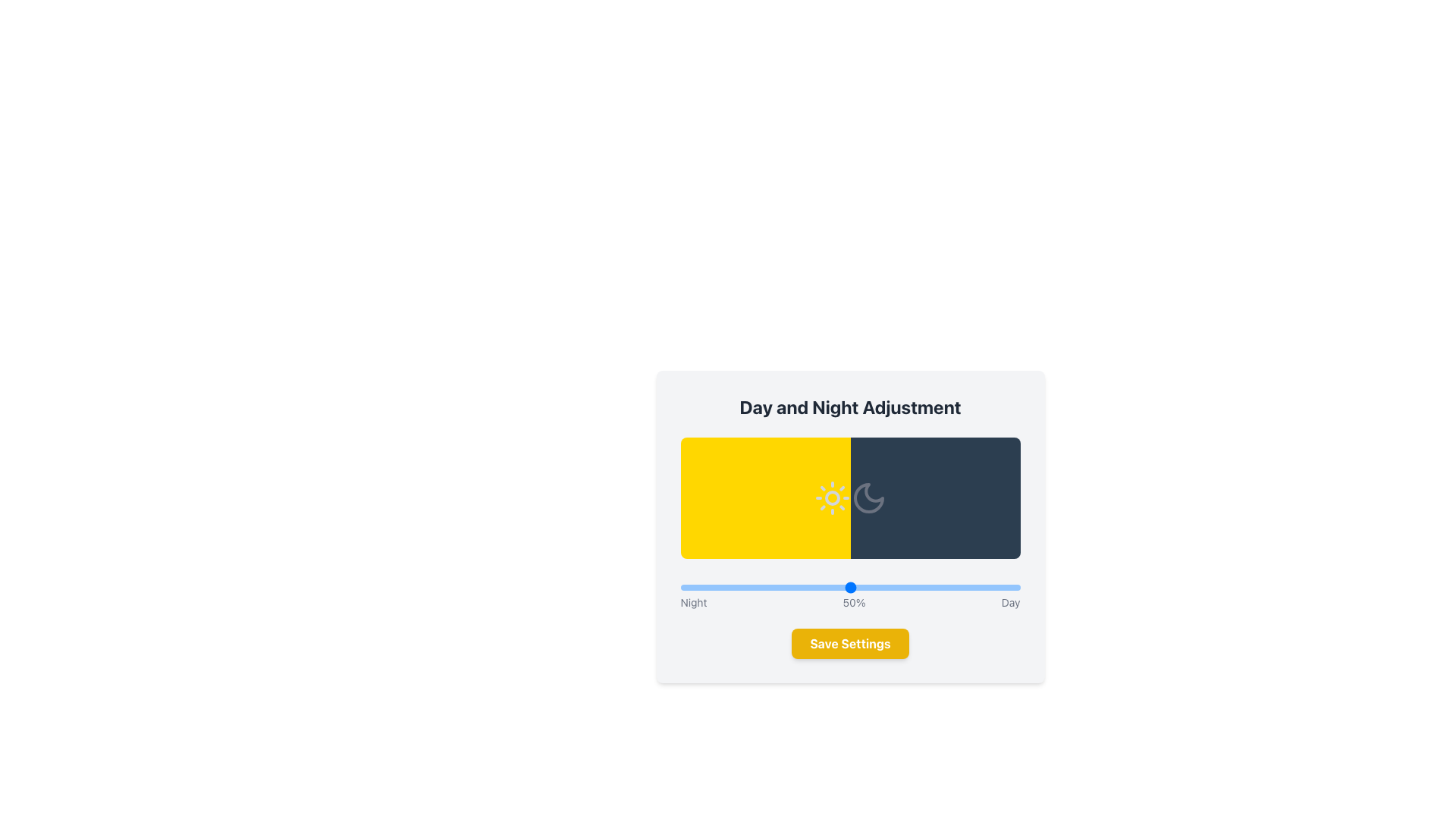 The height and width of the screenshot is (819, 1456). What do you see at coordinates (877, 587) in the screenshot?
I see `the adjustment slider` at bounding box center [877, 587].